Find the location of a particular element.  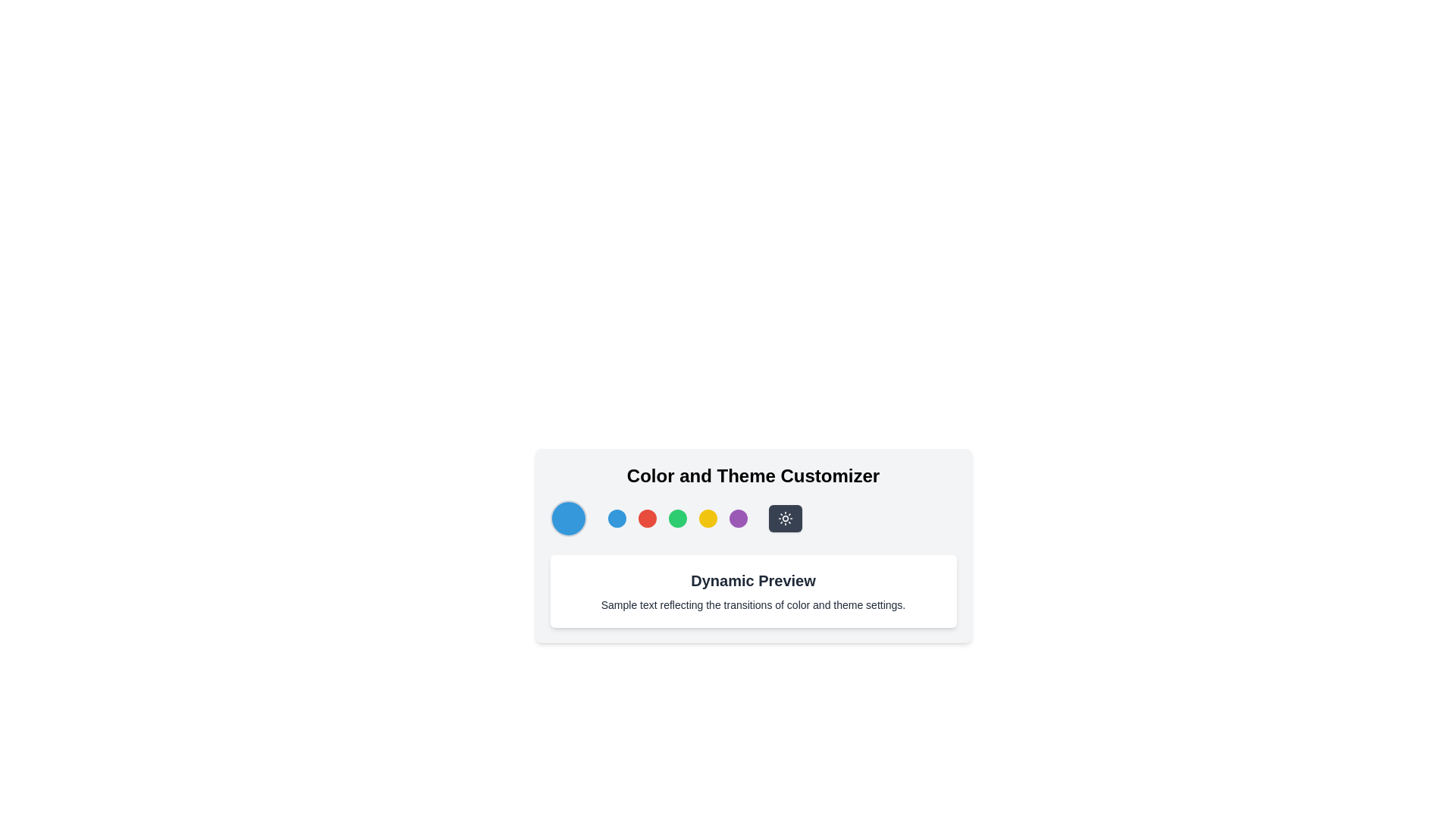

the third circular button in the horizontal sequence for selecting the green color option in the 'Color and Theme Customizer' is located at coordinates (676, 517).